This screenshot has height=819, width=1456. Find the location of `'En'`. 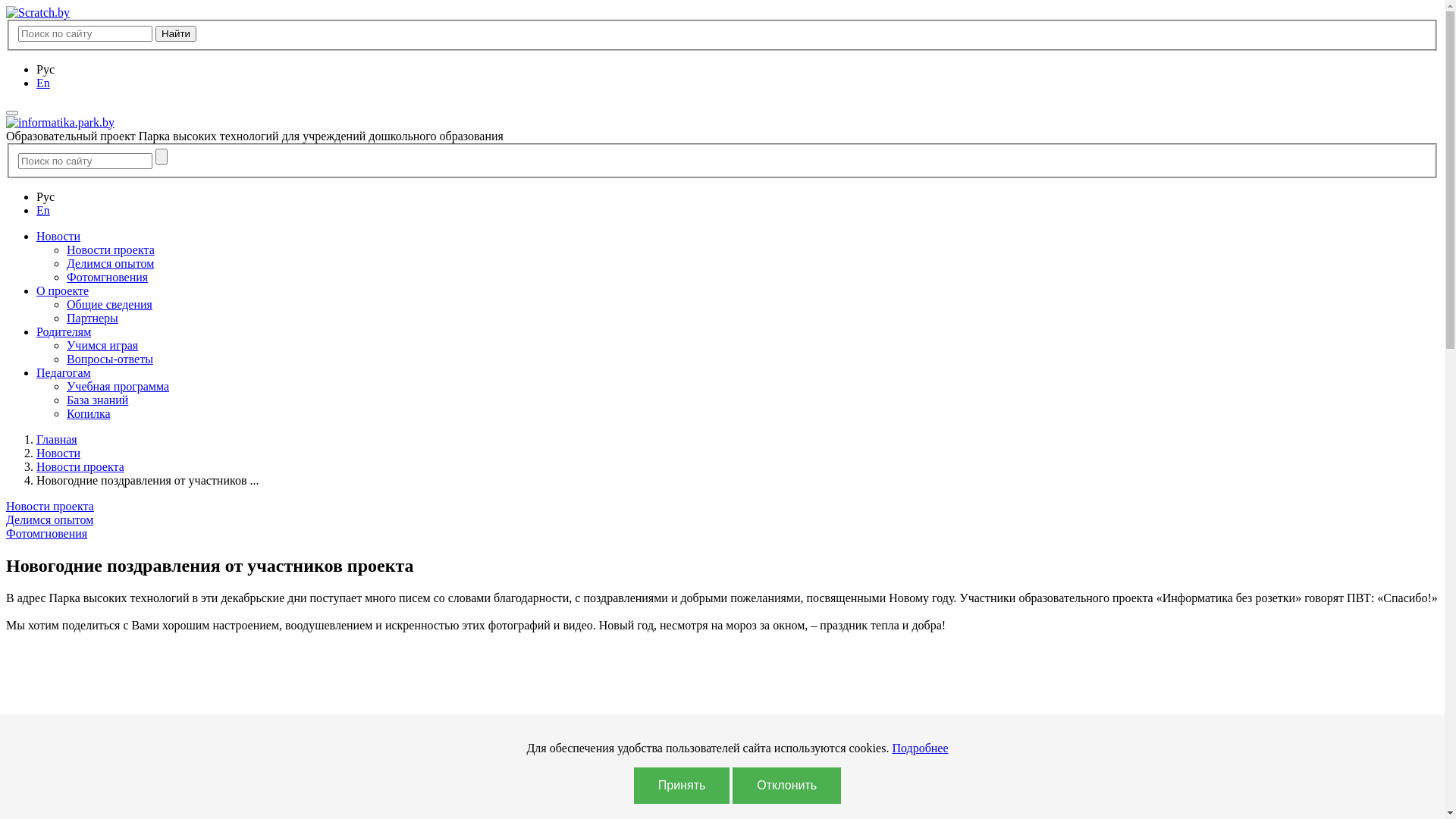

'En' is located at coordinates (43, 210).